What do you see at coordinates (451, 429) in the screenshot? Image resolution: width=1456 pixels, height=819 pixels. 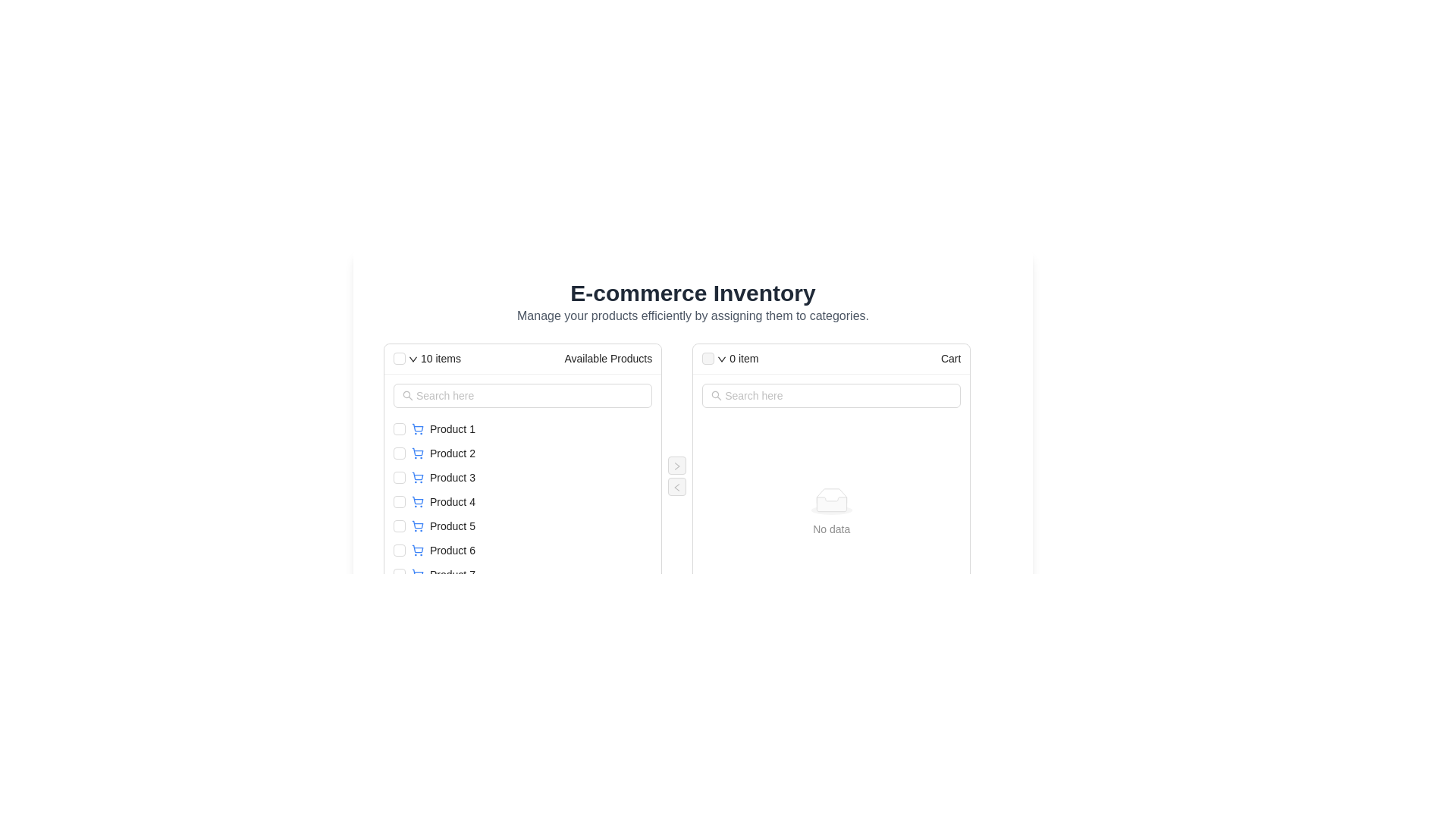 I see `the text label displaying 'Product 1' to focus on the product name, which is located to the right of a shopping cart icon in the 'Available Products' column` at bounding box center [451, 429].